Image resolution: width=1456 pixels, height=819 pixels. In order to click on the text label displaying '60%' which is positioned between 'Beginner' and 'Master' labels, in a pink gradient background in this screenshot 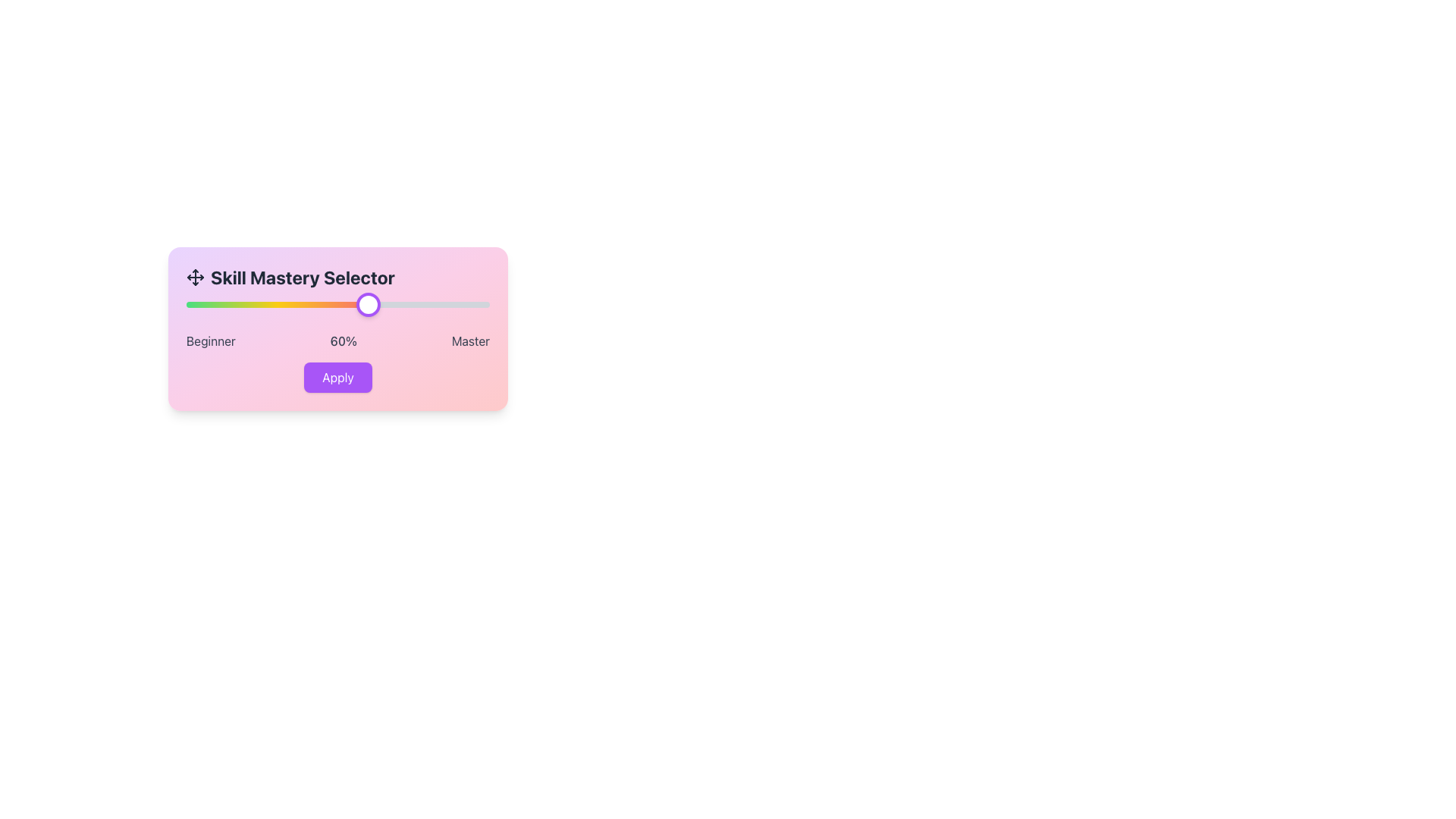, I will do `click(343, 341)`.